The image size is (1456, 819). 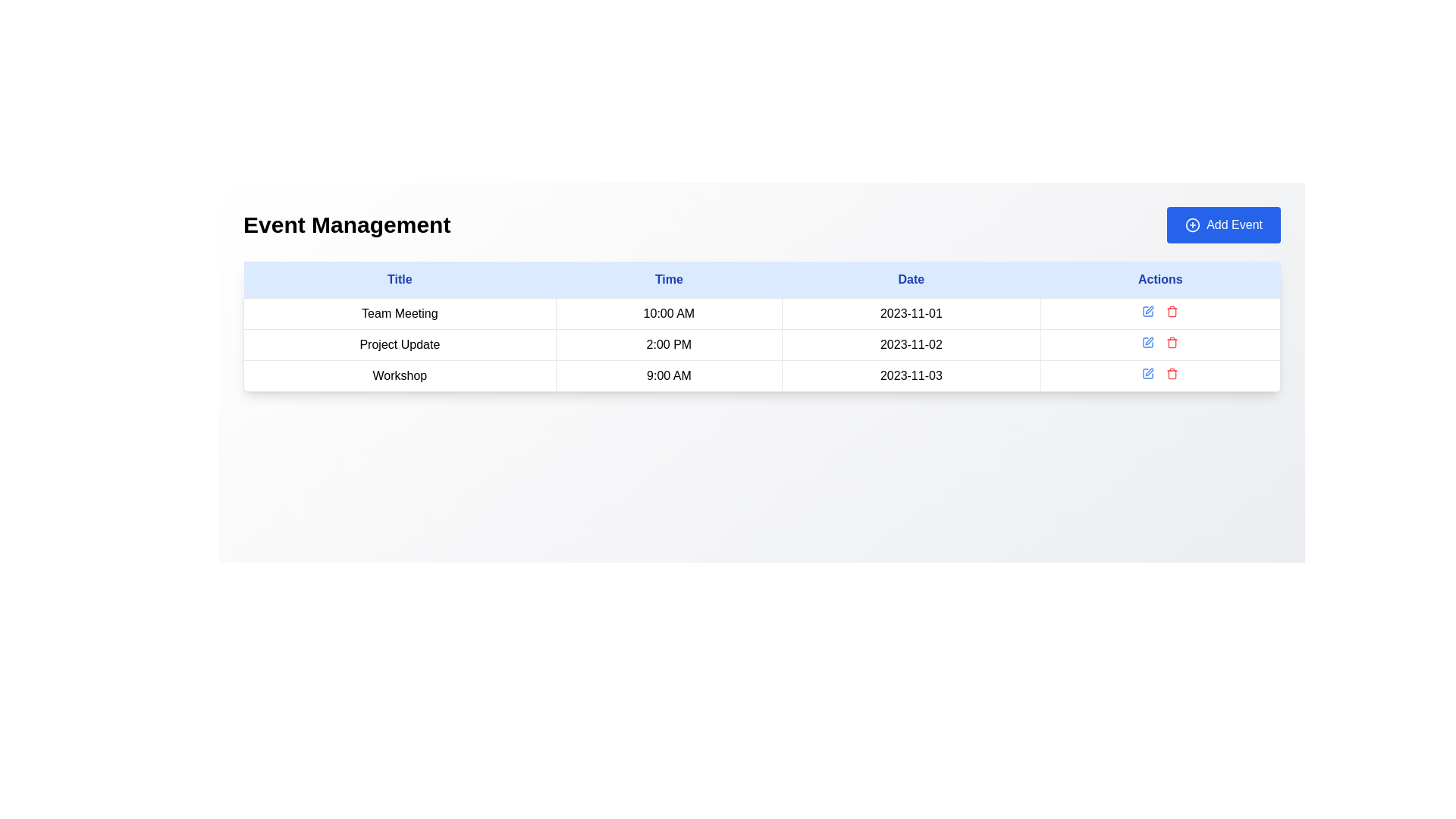 What do you see at coordinates (910, 375) in the screenshot?
I see `the Text Label displaying the date for the event titled 'Workshop', located in the third column of the last row in a table structure, between '9:00 AM' and an empty cell` at bounding box center [910, 375].